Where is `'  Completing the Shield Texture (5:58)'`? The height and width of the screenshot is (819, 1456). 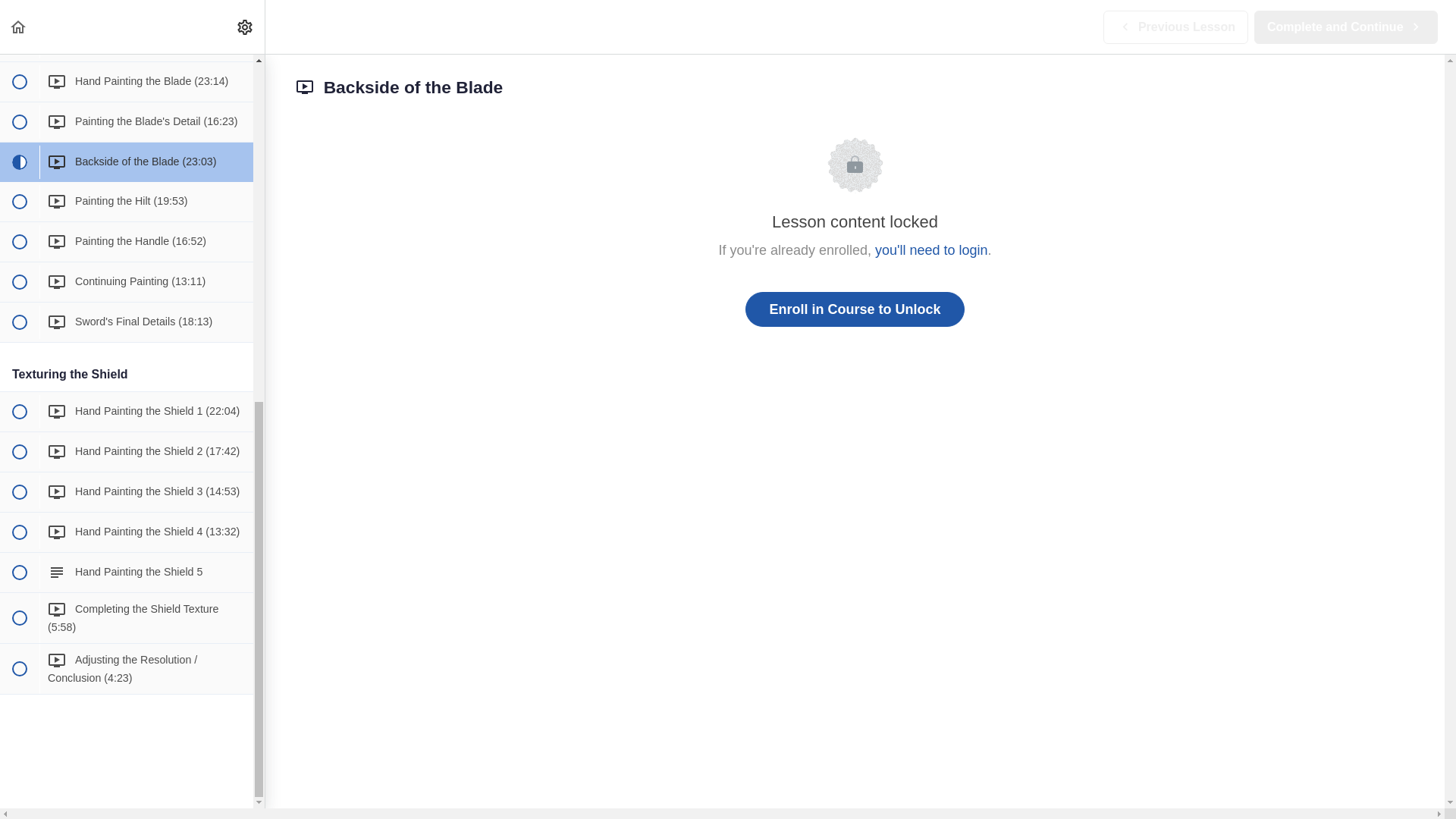
'  Completing the Shield Texture (5:58)' is located at coordinates (127, 617).